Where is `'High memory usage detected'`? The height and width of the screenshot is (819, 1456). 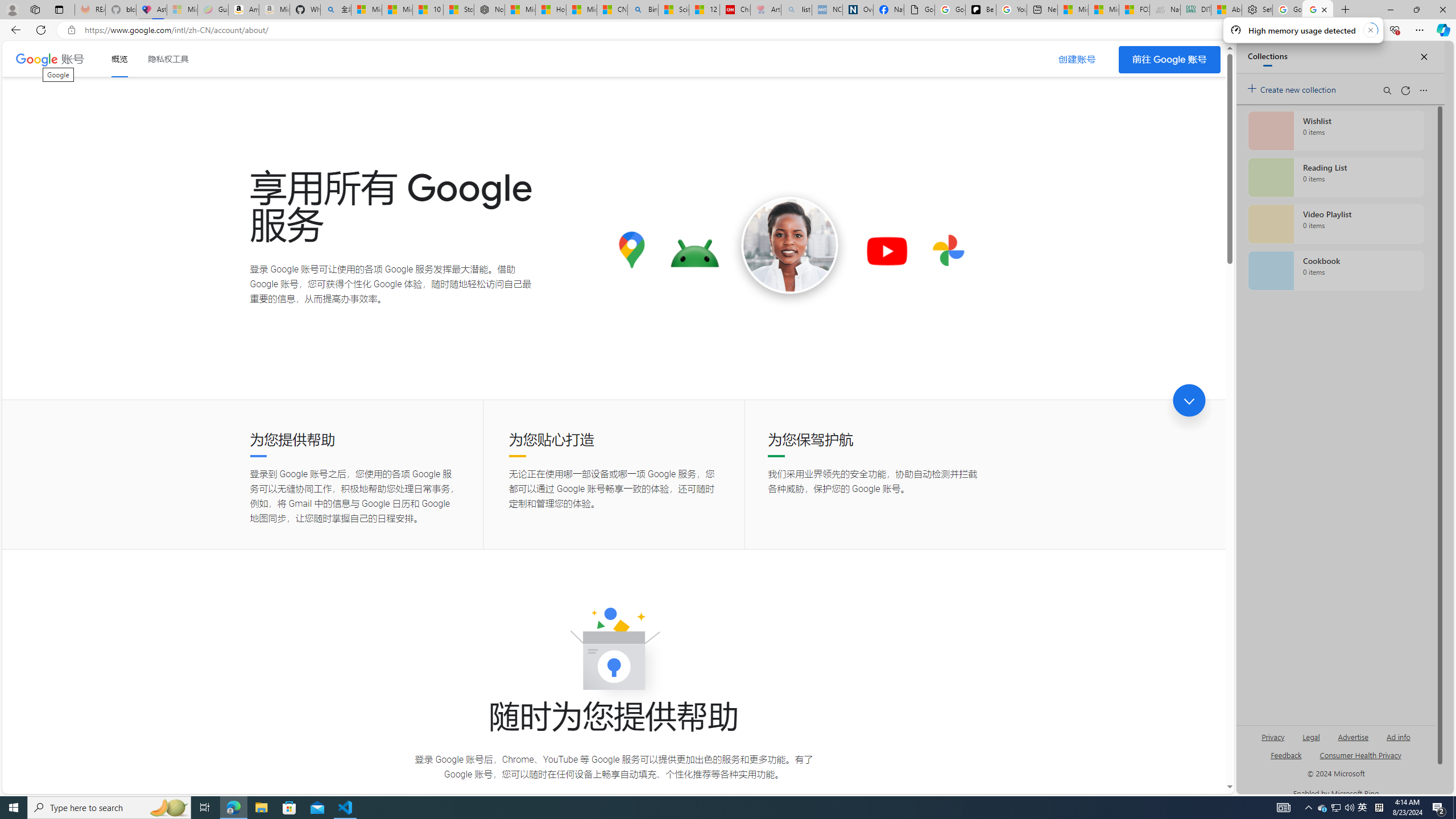 'High memory usage detected' is located at coordinates (1301, 30).